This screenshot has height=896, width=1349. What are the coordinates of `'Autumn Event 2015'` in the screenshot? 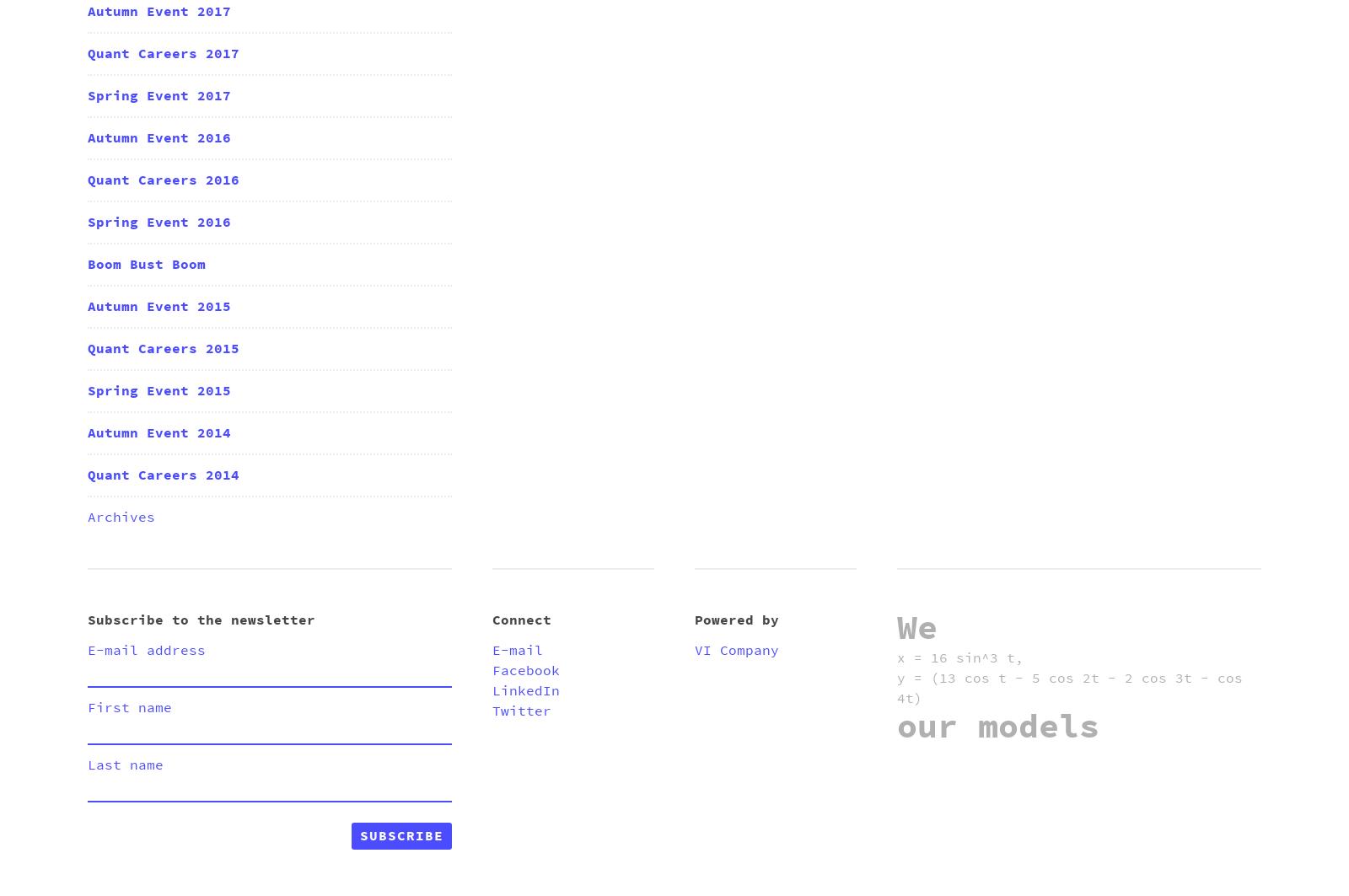 It's located at (87, 306).